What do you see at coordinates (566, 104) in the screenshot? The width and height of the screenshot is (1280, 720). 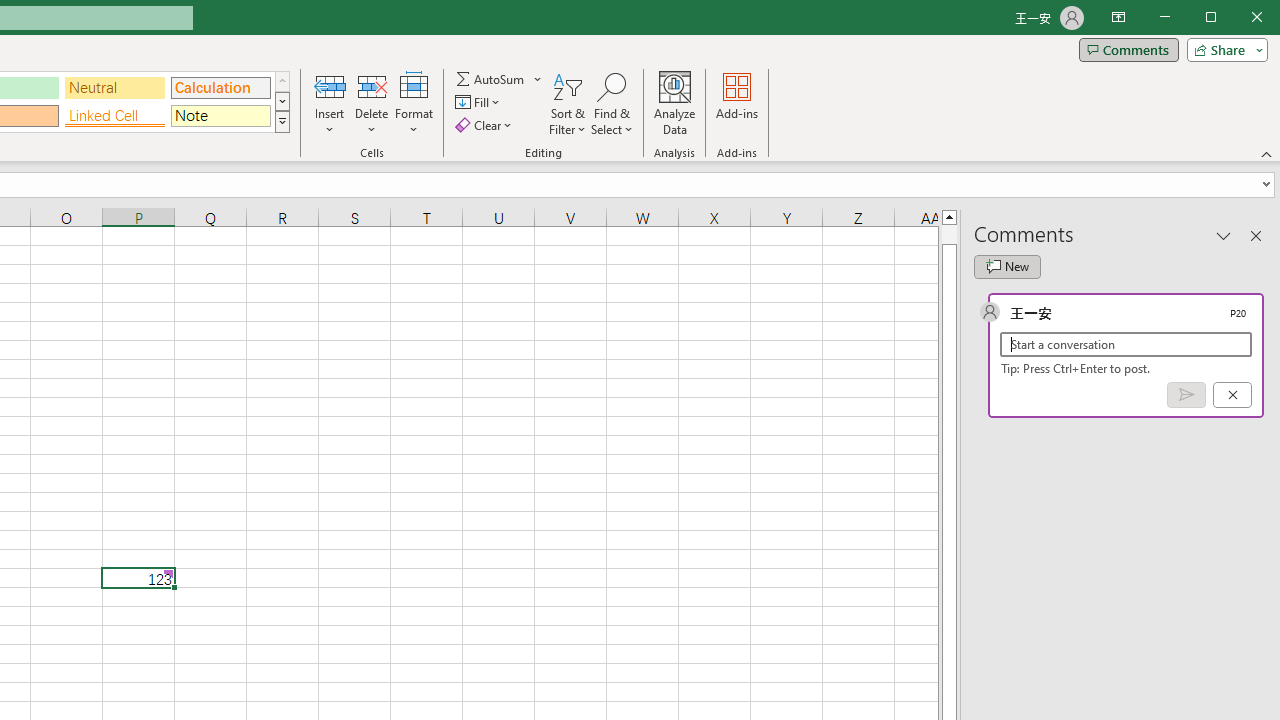 I see `'Sort & Filter'` at bounding box center [566, 104].